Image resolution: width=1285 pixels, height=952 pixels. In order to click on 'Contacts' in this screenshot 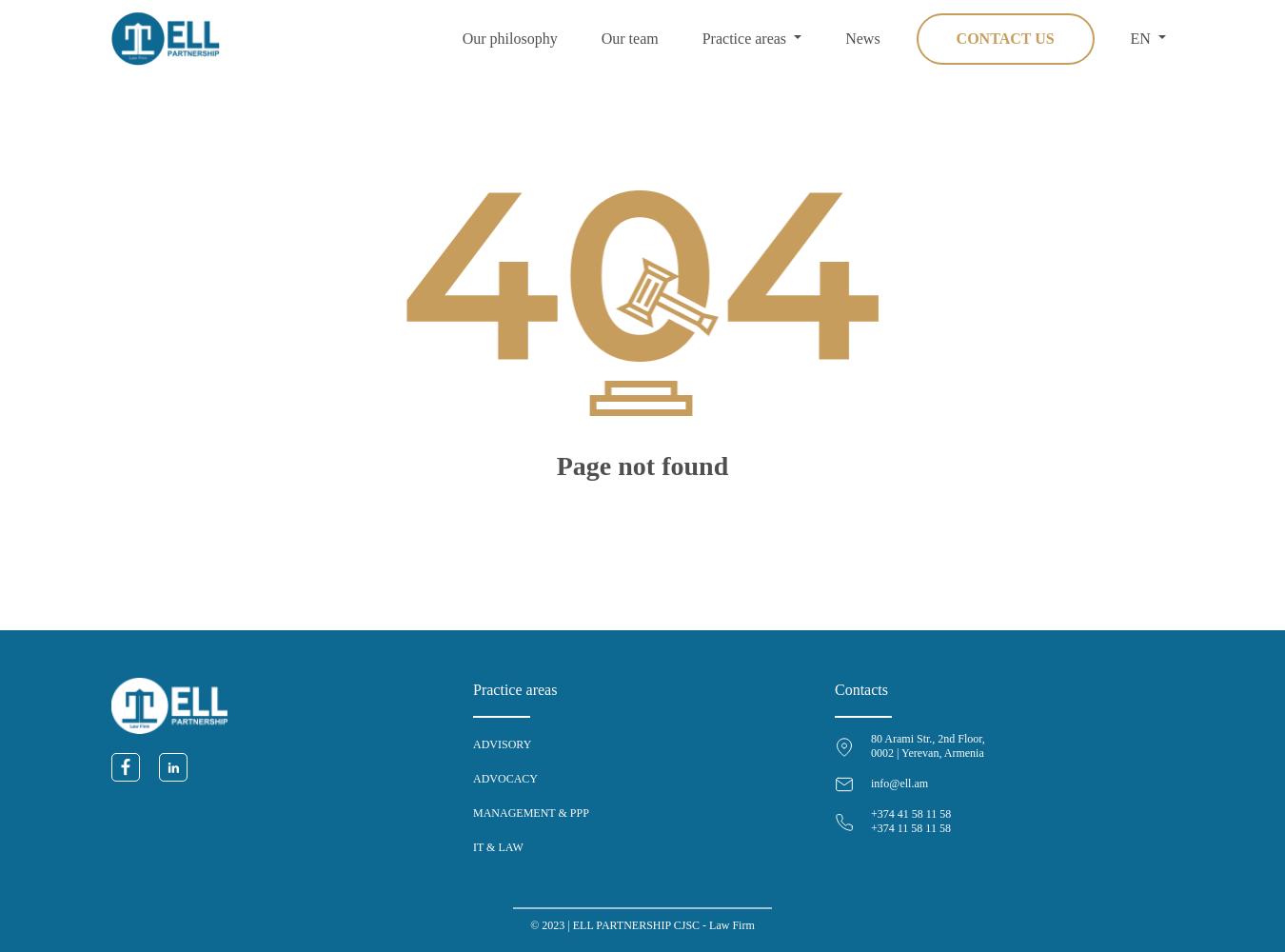, I will do `click(860, 687)`.